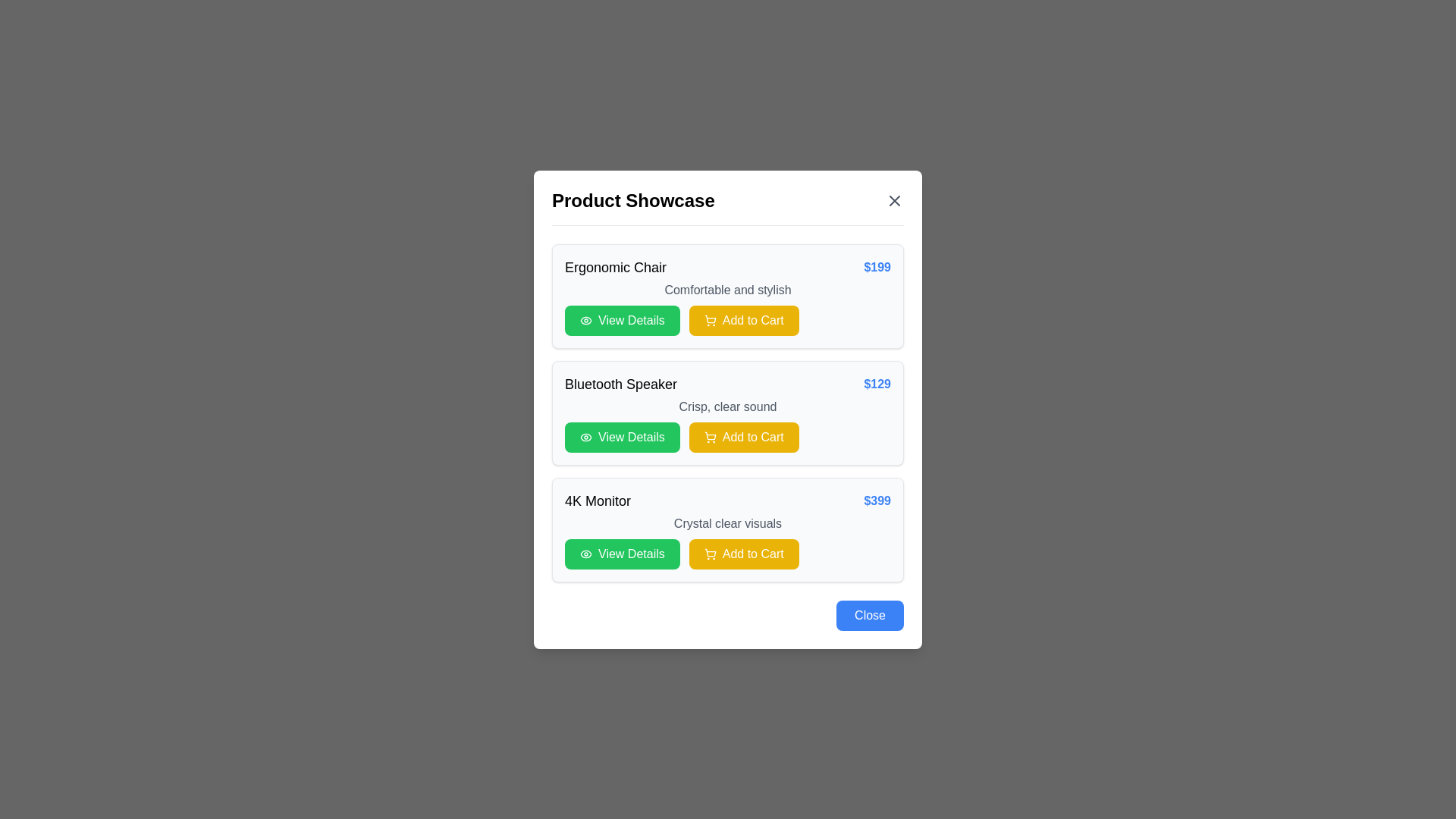  I want to click on text label displaying '4K Monitor' which is prominently placed in the bottom section of the product card, so click(597, 500).